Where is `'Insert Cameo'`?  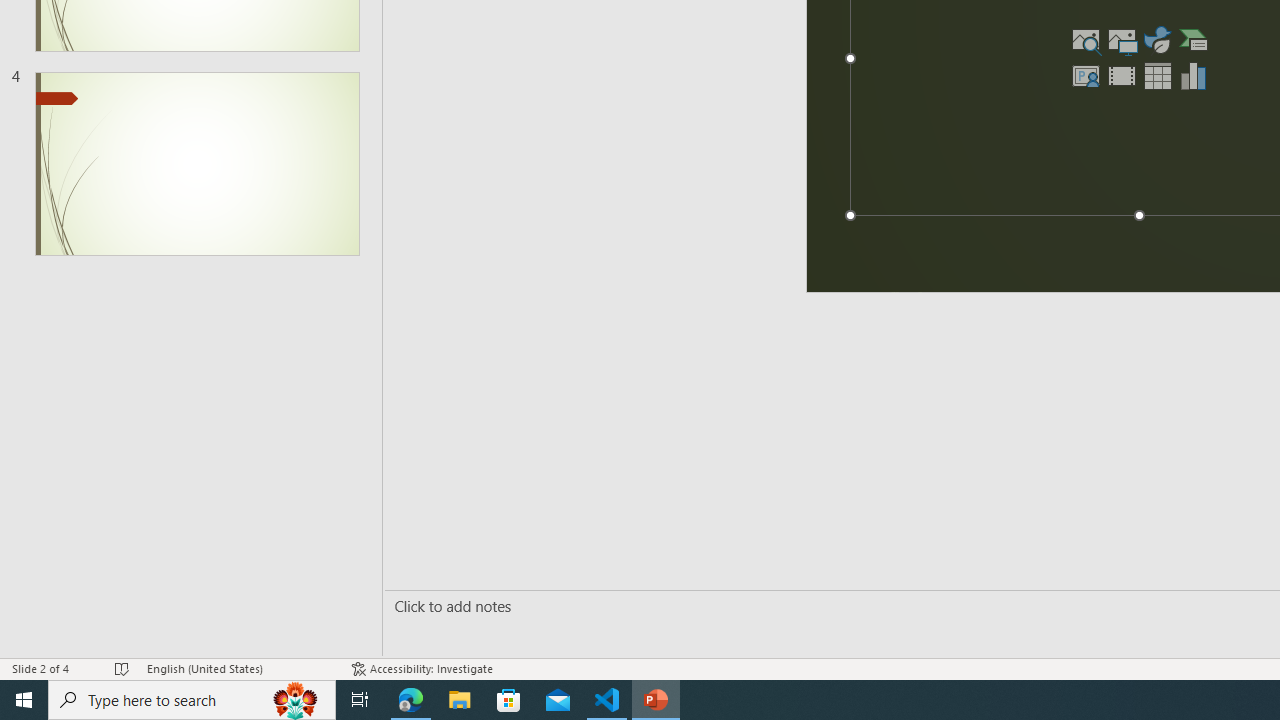 'Insert Cameo' is located at coordinates (1085, 74).